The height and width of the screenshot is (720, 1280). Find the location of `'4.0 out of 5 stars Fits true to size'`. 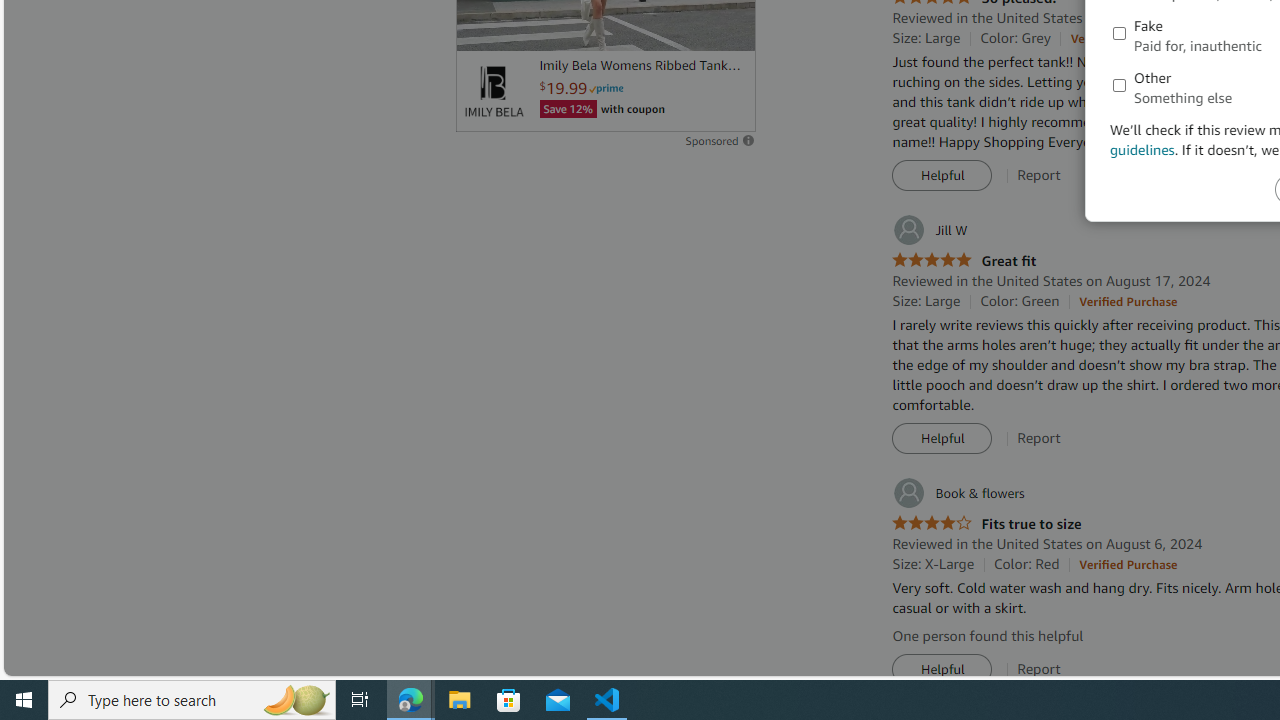

'4.0 out of 5 stars Fits true to size' is located at coordinates (986, 523).